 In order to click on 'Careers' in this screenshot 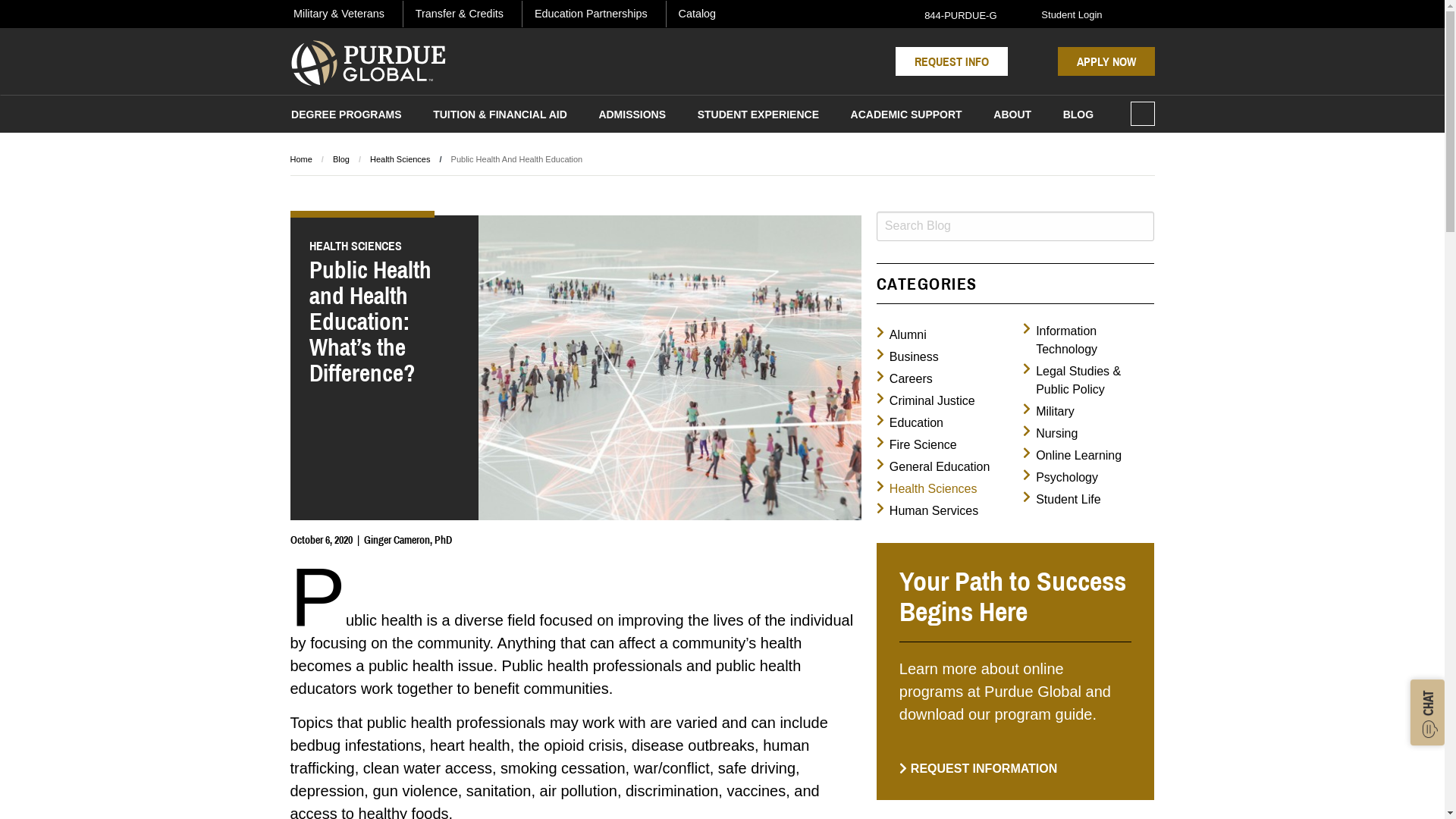, I will do `click(905, 378)`.